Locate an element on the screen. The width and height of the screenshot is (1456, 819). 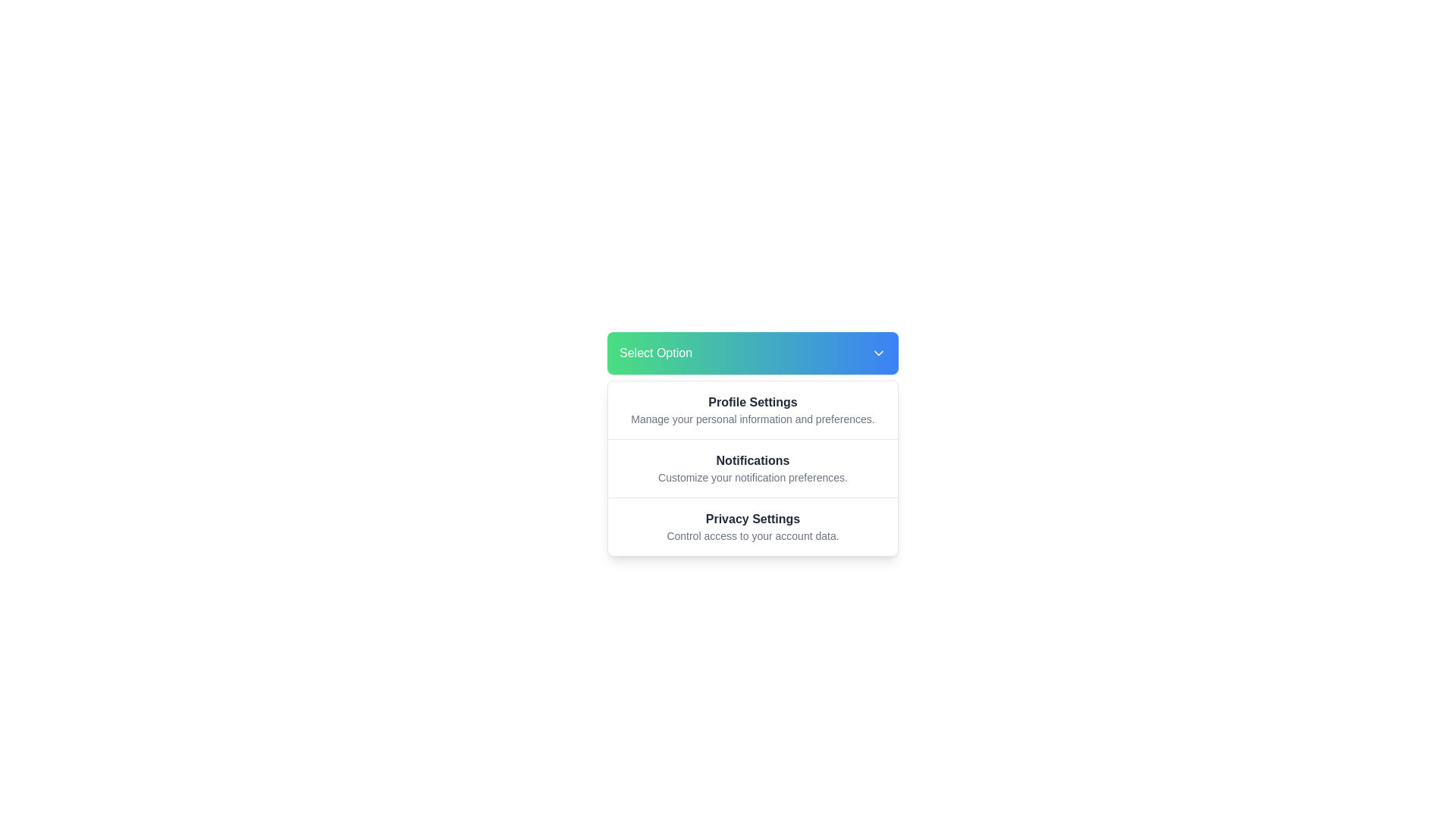
the interactive list item that allows access is located at coordinates (753, 467).